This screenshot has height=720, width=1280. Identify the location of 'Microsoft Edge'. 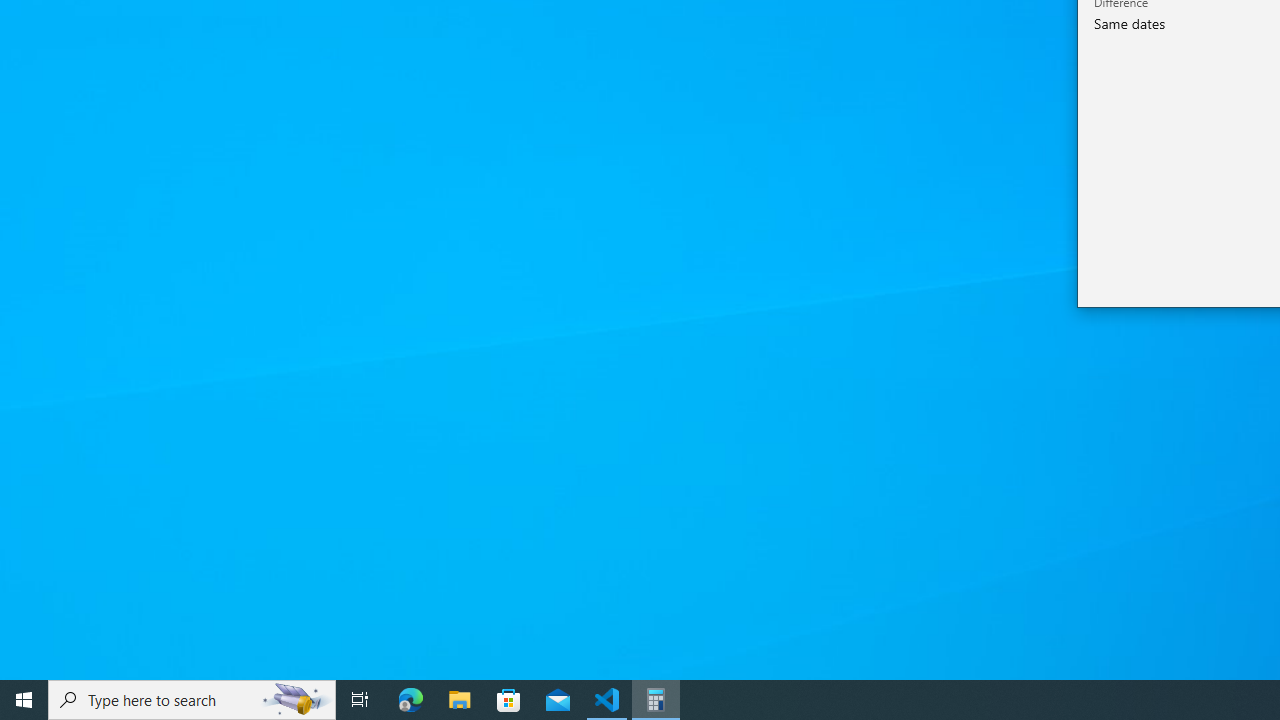
(410, 698).